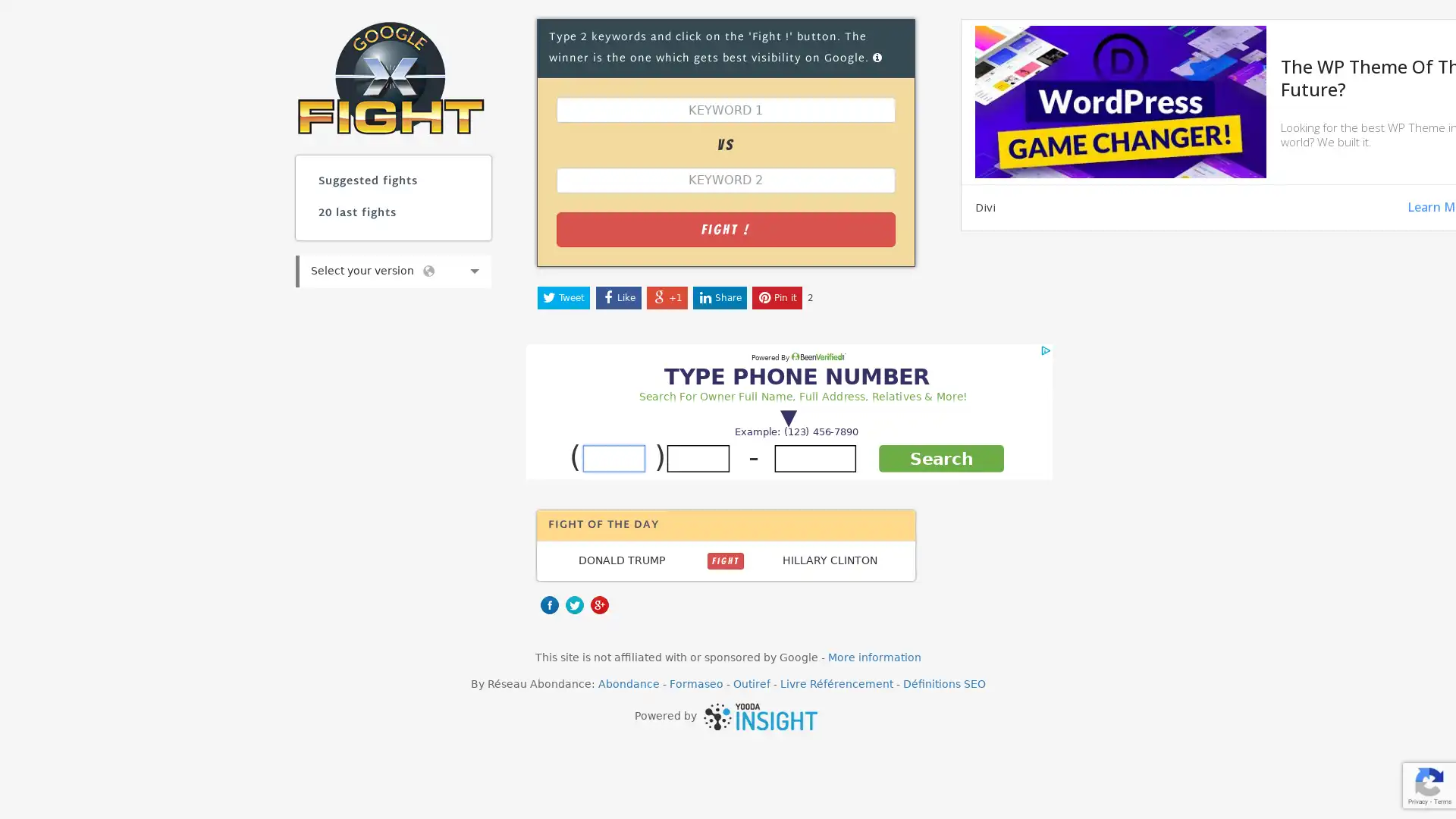  Describe the element at coordinates (724, 560) in the screenshot. I see `FIGHT` at that location.